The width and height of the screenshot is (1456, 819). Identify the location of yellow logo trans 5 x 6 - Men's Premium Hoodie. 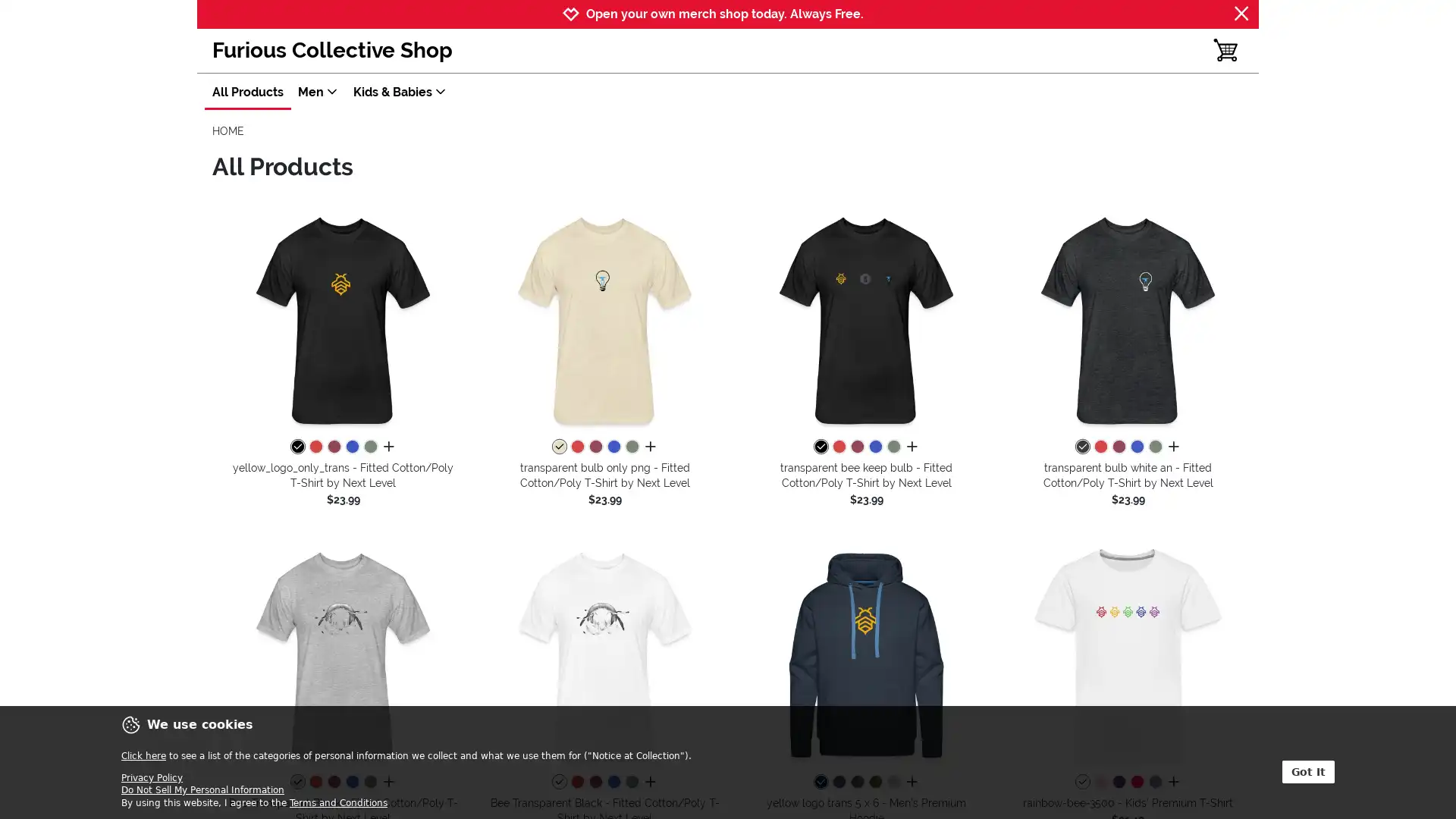
(866, 654).